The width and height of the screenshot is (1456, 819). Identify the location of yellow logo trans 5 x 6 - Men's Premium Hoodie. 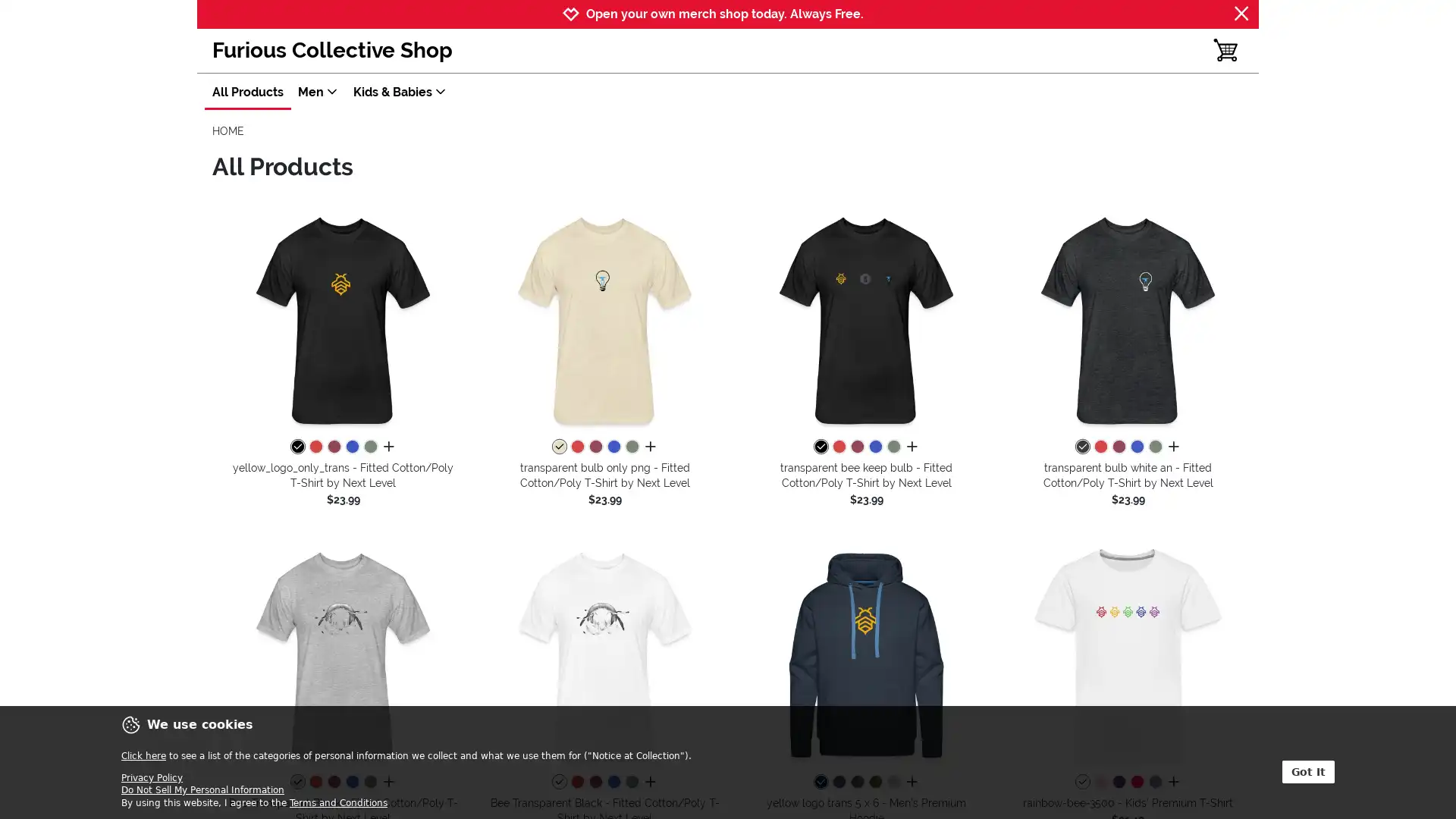
(866, 654).